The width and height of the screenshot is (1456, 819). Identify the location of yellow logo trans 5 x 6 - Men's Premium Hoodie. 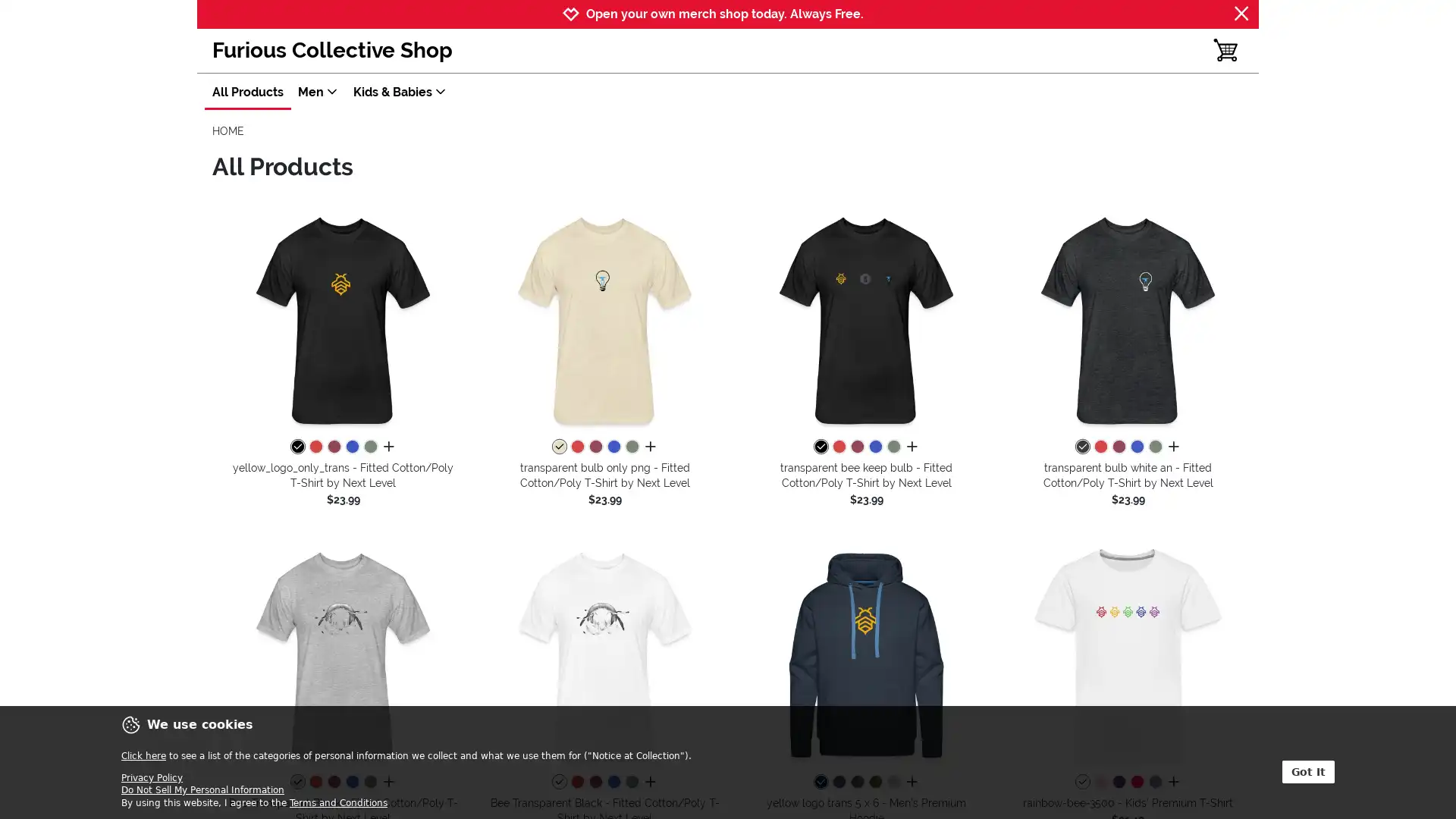
(866, 654).